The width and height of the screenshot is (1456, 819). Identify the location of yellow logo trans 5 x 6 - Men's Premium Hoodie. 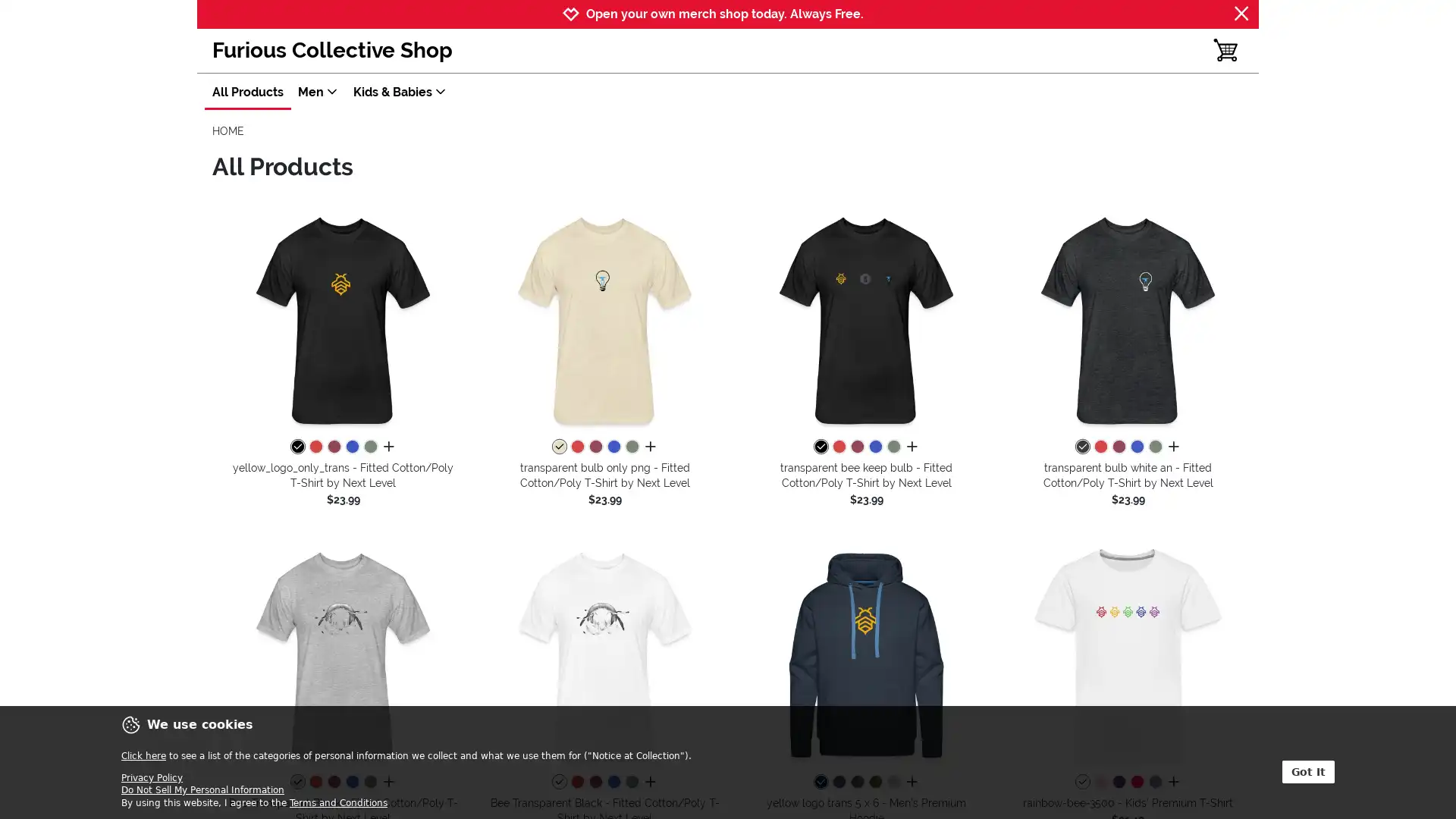
(866, 654).